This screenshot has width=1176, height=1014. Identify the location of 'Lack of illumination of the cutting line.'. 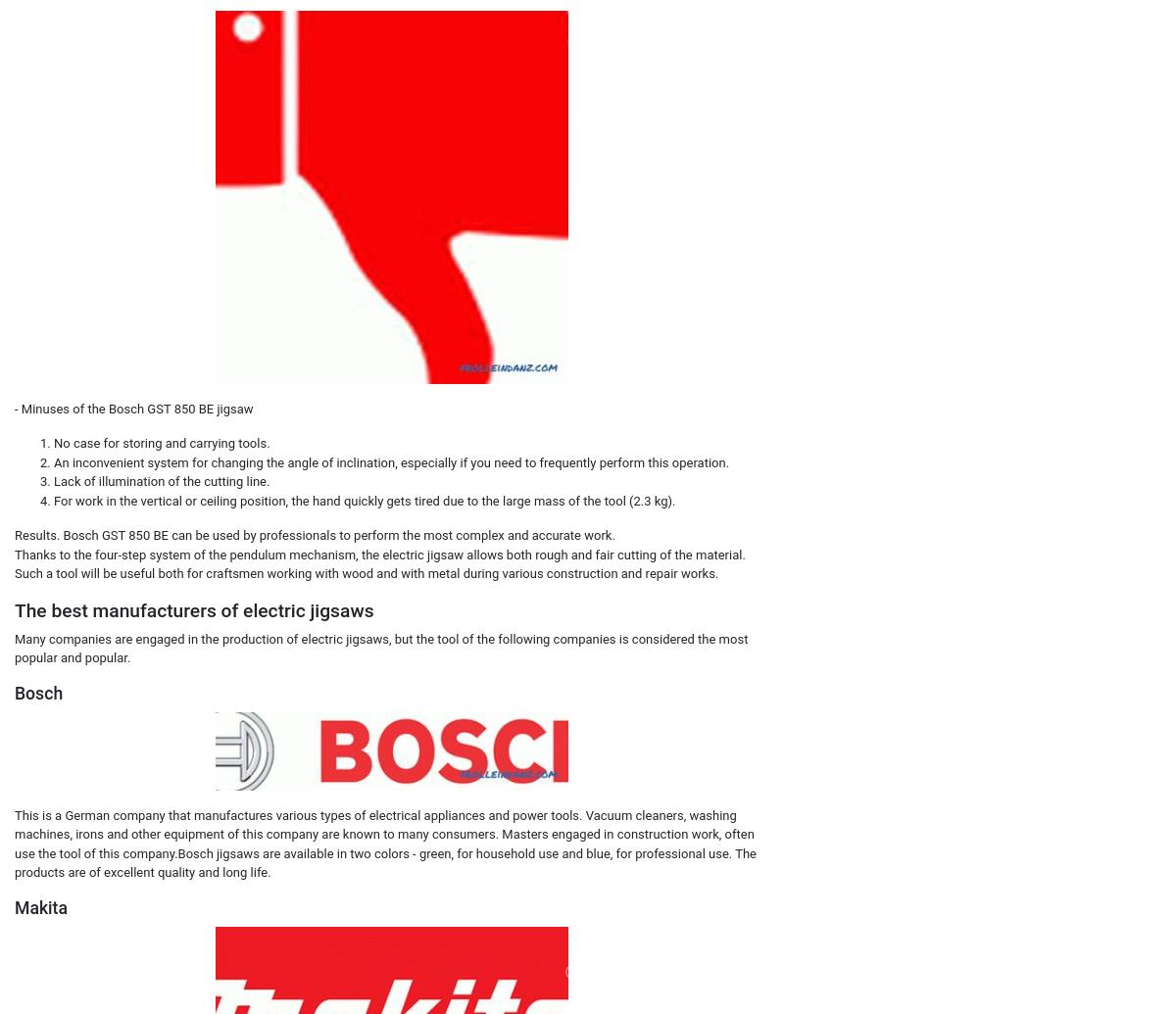
(53, 481).